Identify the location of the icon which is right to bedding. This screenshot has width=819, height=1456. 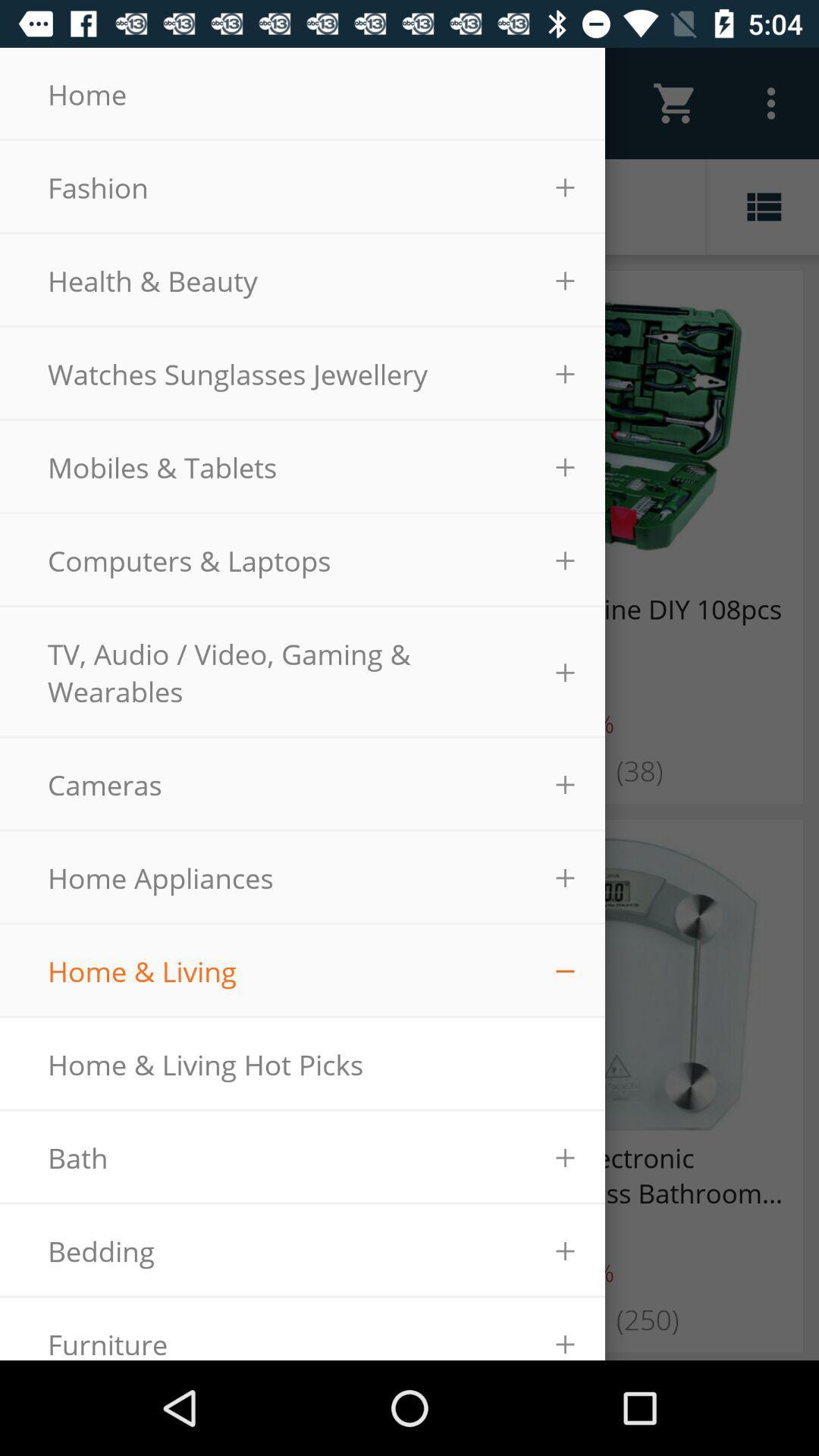
(565, 1251).